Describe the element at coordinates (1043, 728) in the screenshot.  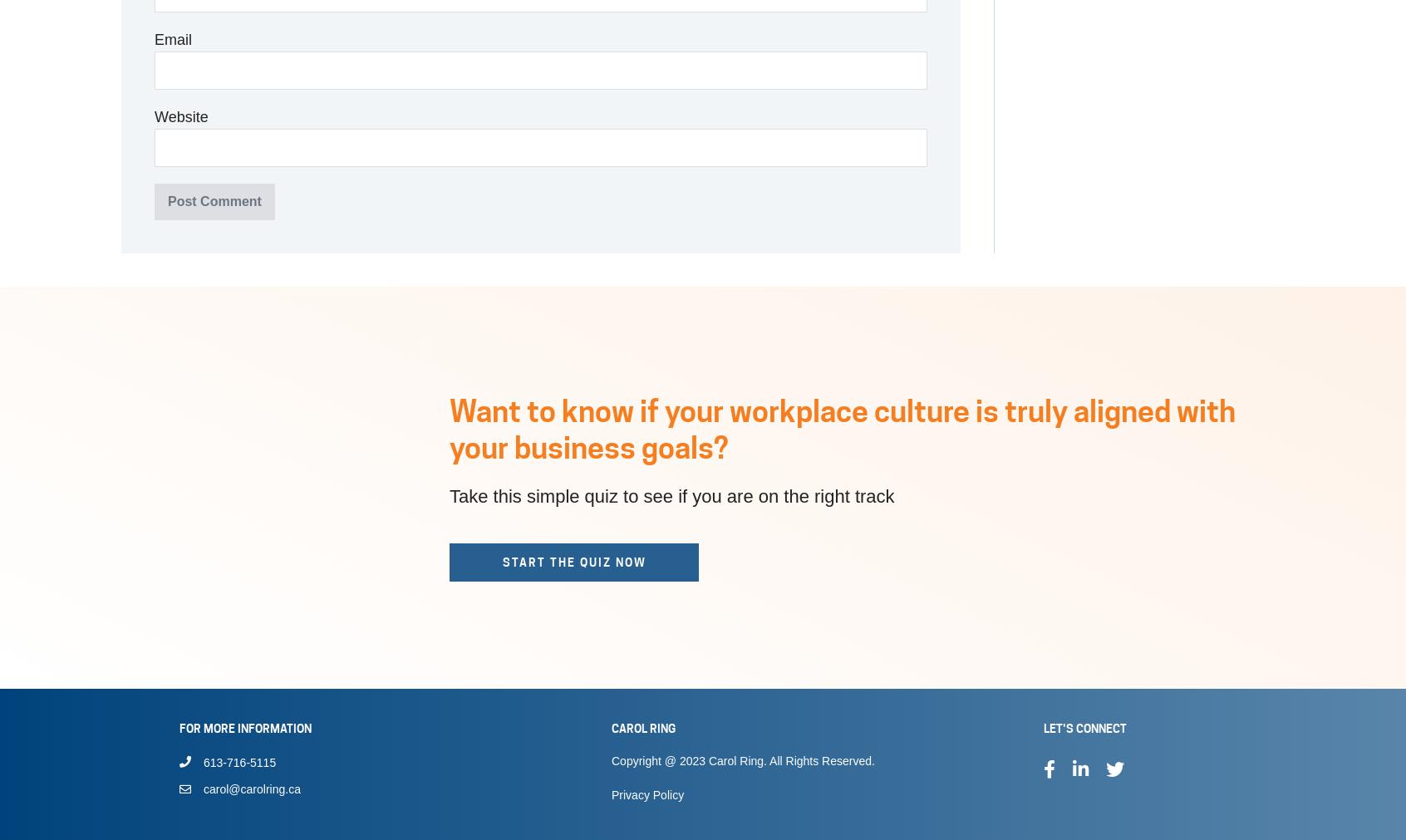
I see `'Let's Connect'` at that location.